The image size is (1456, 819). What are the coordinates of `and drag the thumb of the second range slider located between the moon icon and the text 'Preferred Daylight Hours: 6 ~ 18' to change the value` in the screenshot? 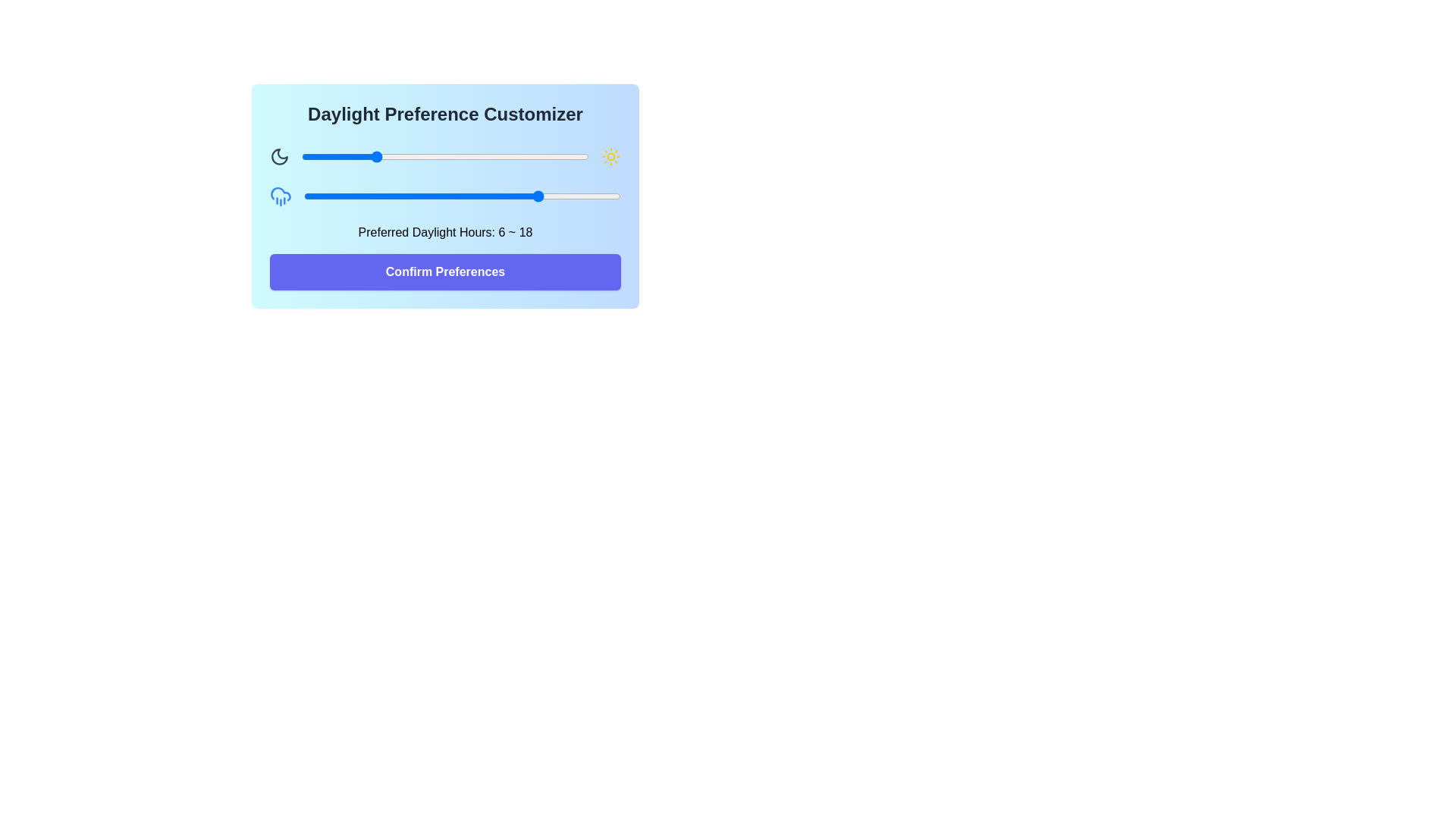 It's located at (444, 195).